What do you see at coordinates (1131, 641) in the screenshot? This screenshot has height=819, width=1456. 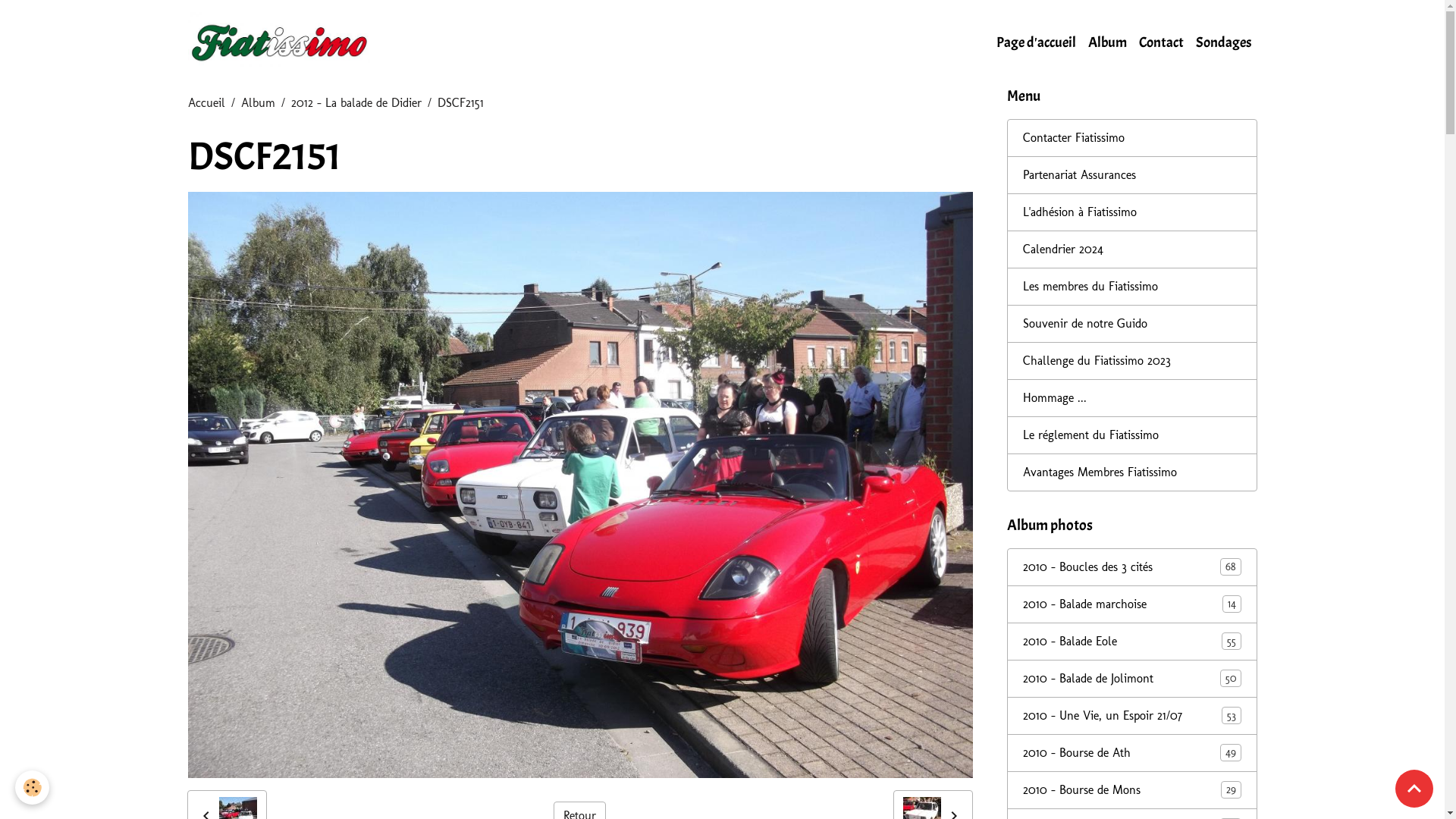 I see `'2010 - Balade Eole` at bounding box center [1131, 641].